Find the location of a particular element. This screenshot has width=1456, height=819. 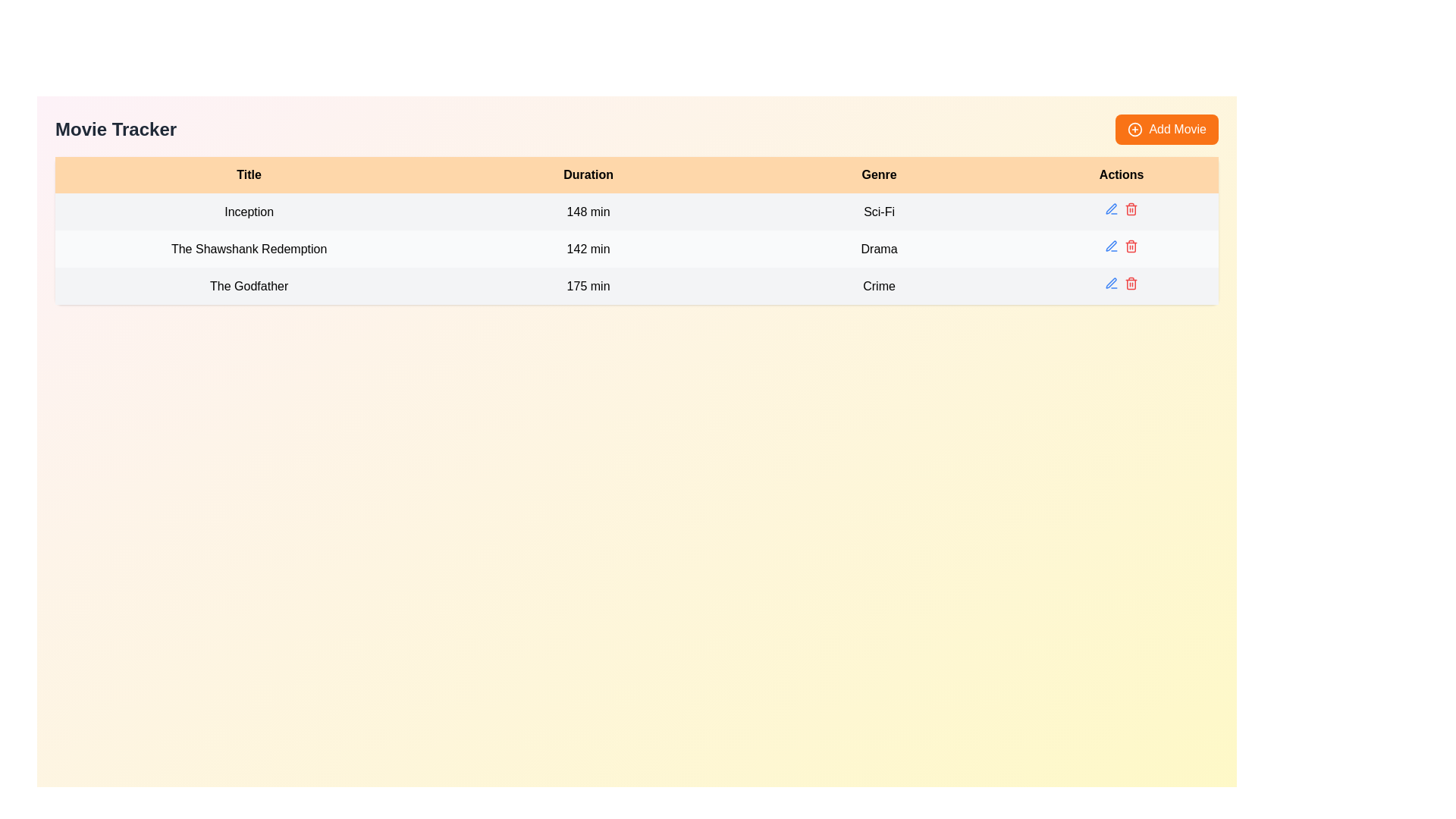

the delete button associated with 'The Shawshank Redemption' in the Actions column of the movie tracker table is located at coordinates (1131, 209).